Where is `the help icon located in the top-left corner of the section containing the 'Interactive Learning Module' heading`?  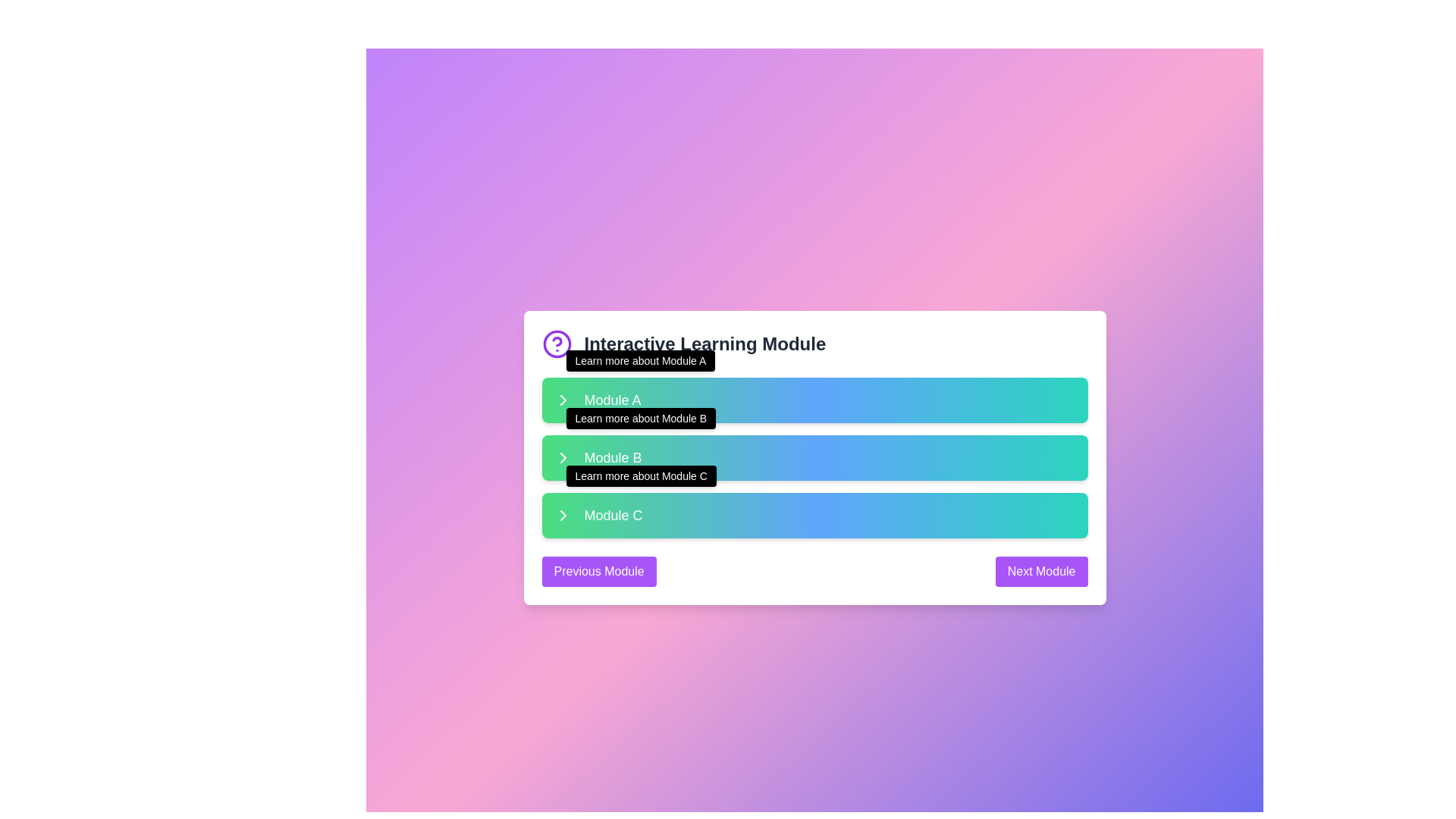 the help icon located in the top-left corner of the section containing the 'Interactive Learning Module' heading is located at coordinates (556, 344).